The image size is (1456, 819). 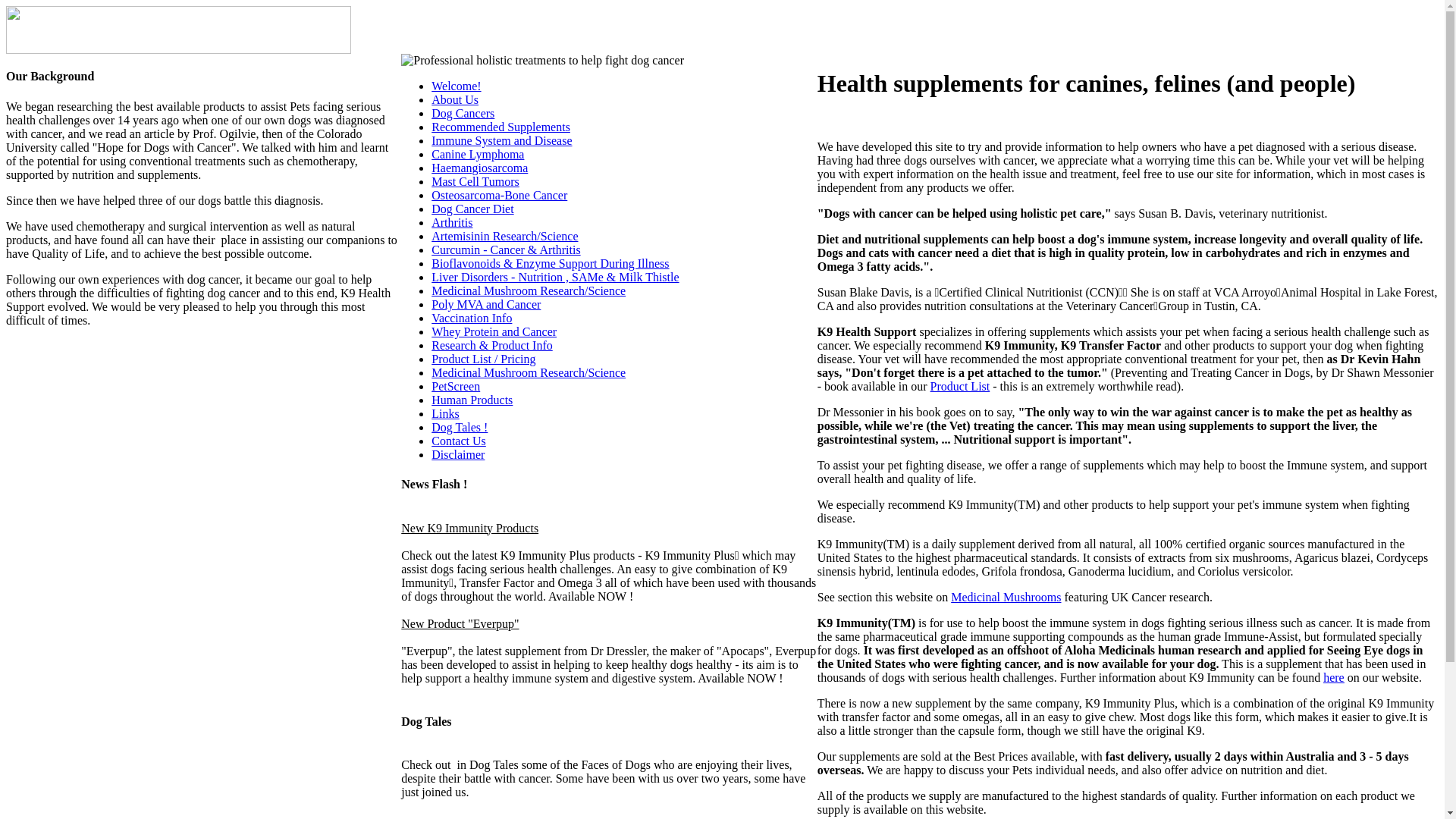 I want to click on 'Medicinal Mushroom Research/Science', so click(x=528, y=372).